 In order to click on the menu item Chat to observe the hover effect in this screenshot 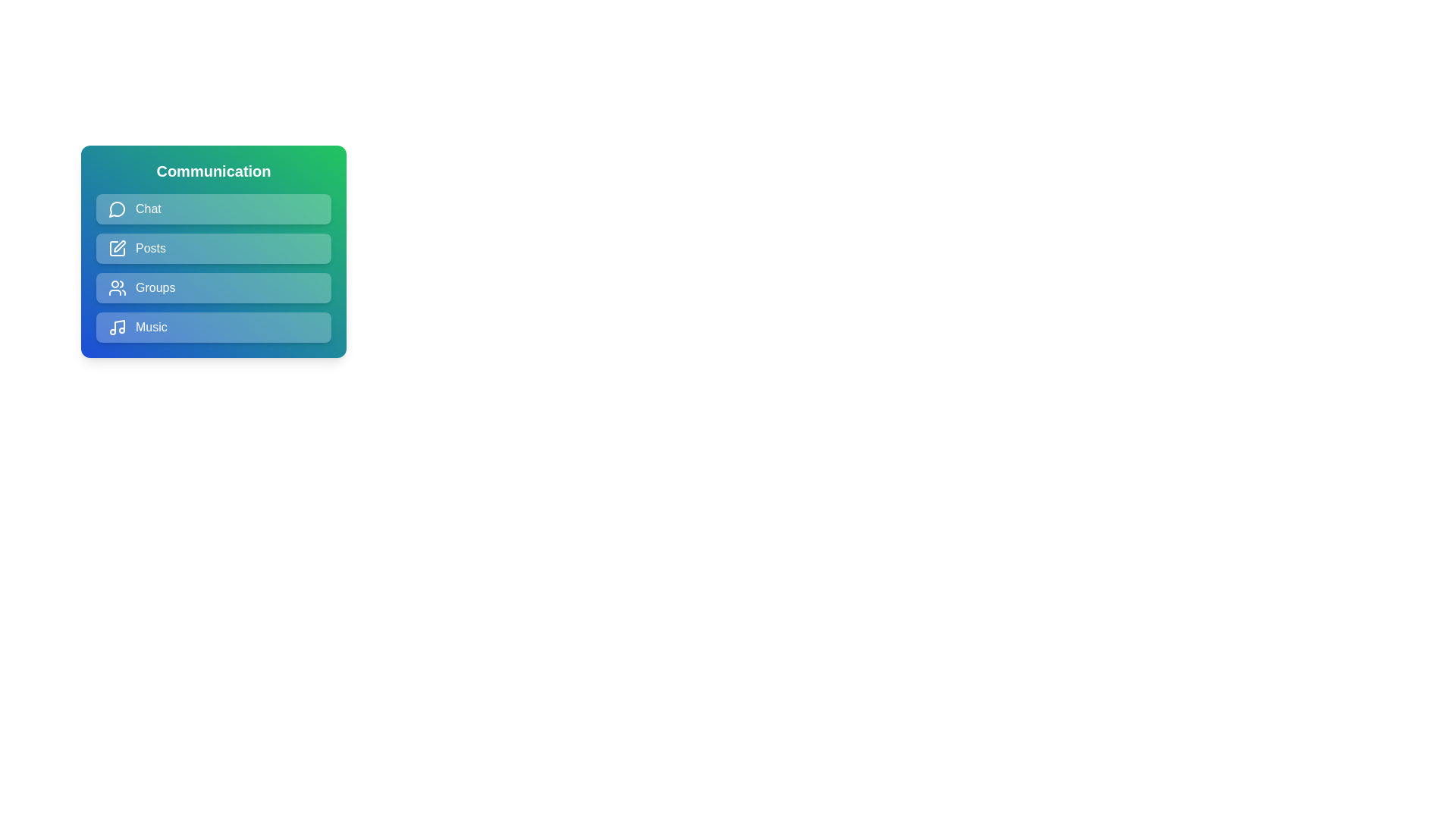, I will do `click(213, 209)`.